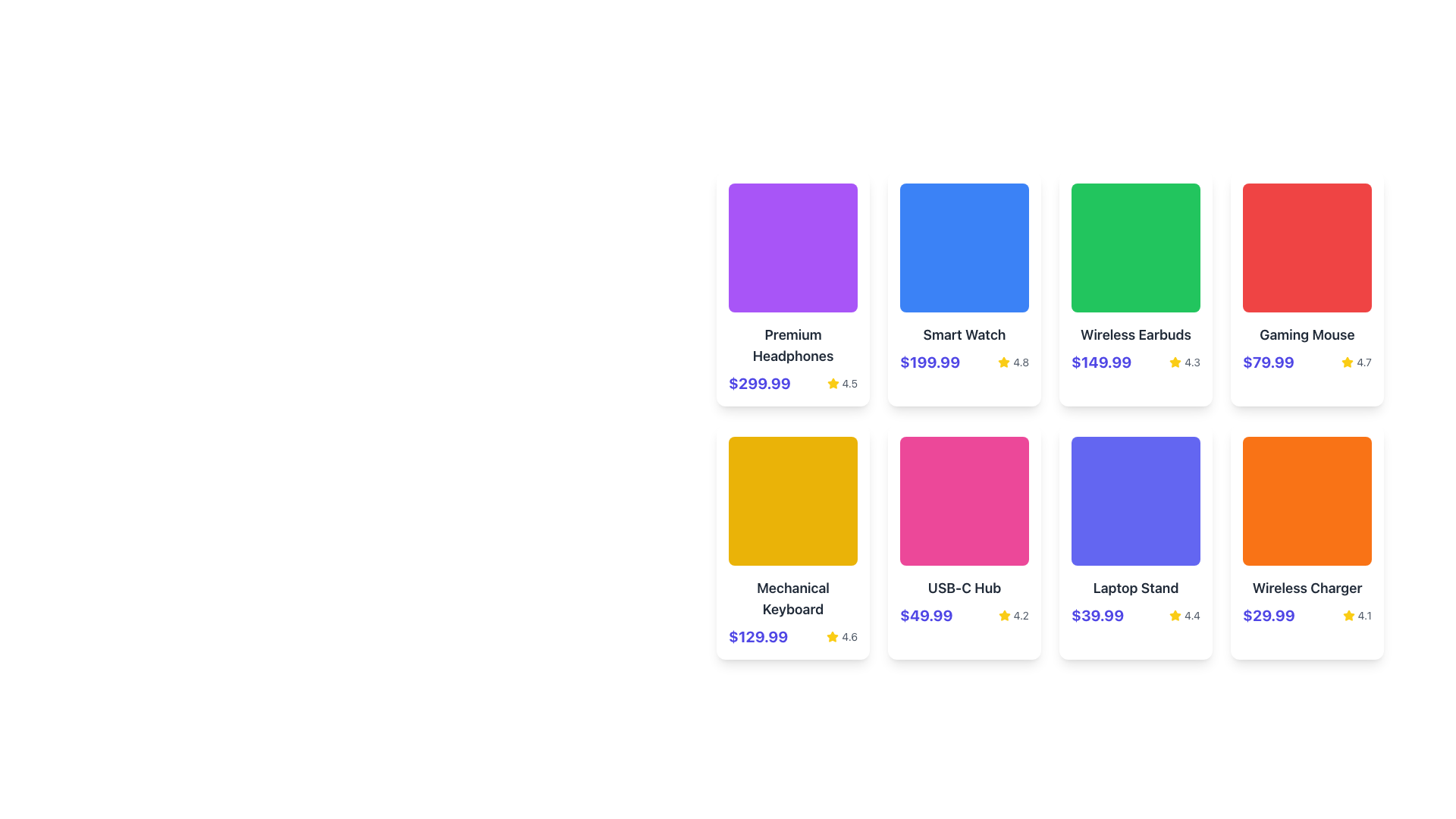 The width and height of the screenshot is (1456, 819). I want to click on the star icon representing the rating for the 'Premium Headphones' product, located to the left of the numeric rating '4.5', so click(832, 382).